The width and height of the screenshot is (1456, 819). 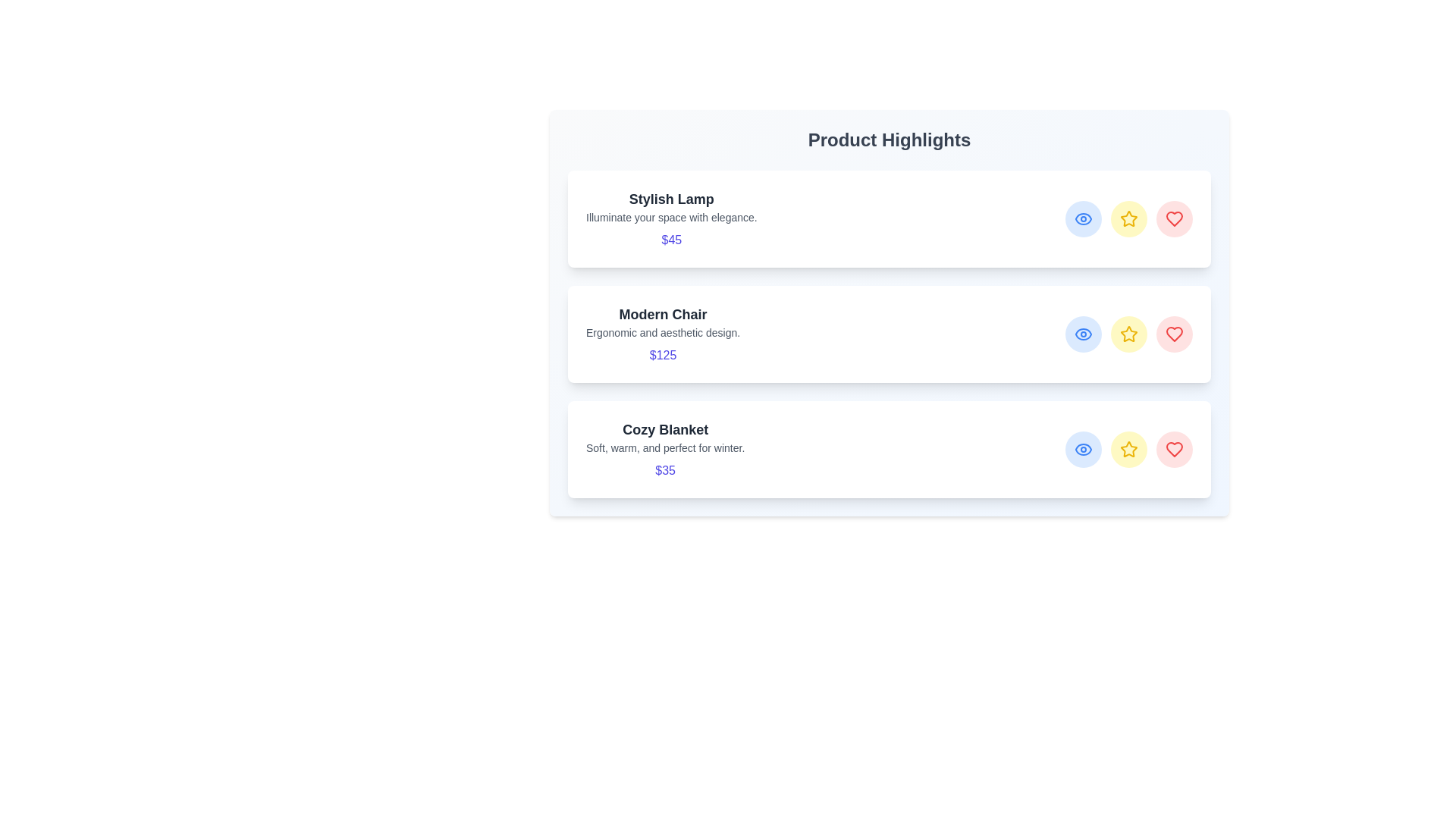 What do you see at coordinates (1174, 333) in the screenshot?
I see `the like button for the Modern Chair product` at bounding box center [1174, 333].